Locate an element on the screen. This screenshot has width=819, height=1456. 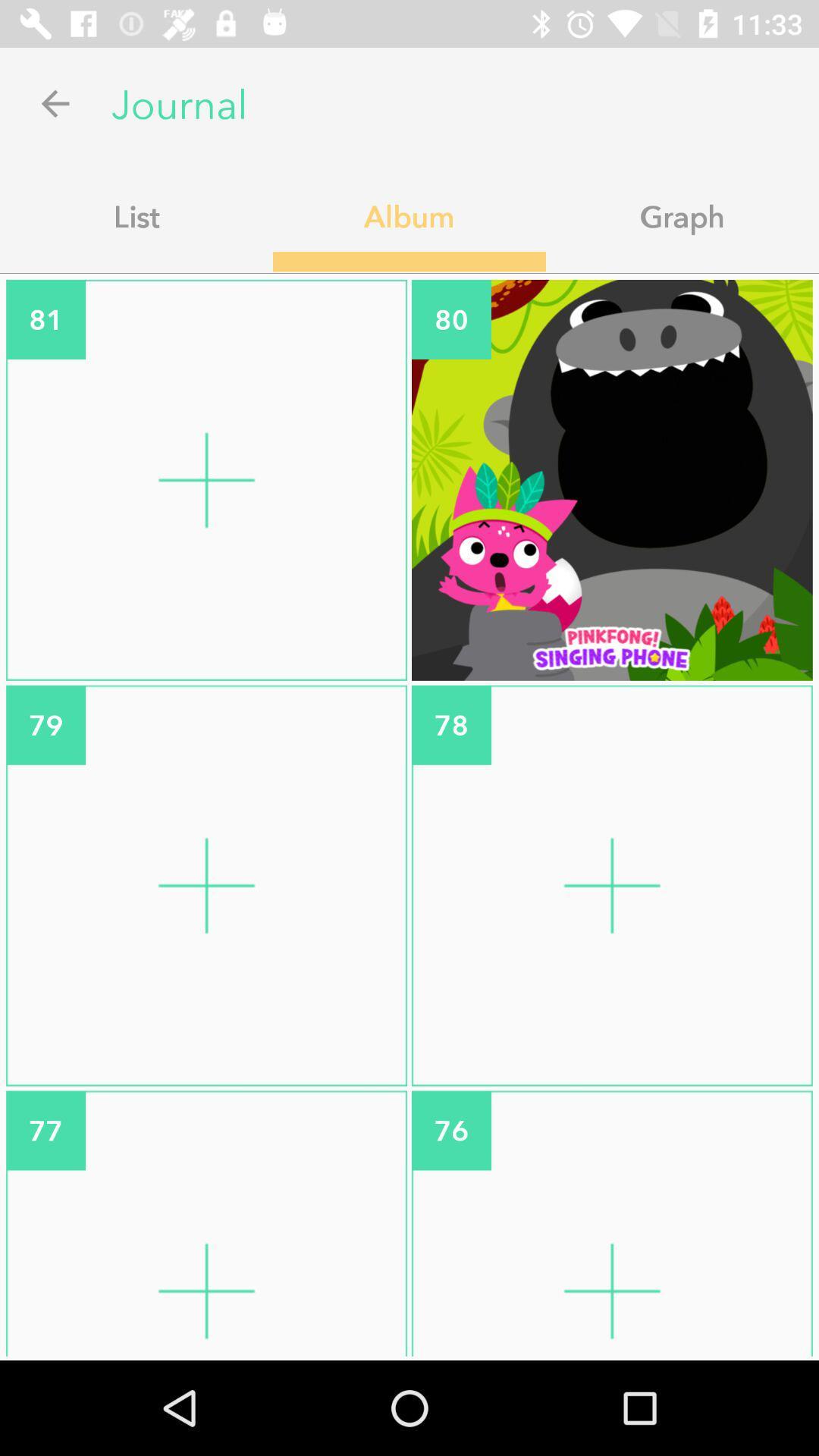
icon to the left of graph icon is located at coordinates (409, 215).